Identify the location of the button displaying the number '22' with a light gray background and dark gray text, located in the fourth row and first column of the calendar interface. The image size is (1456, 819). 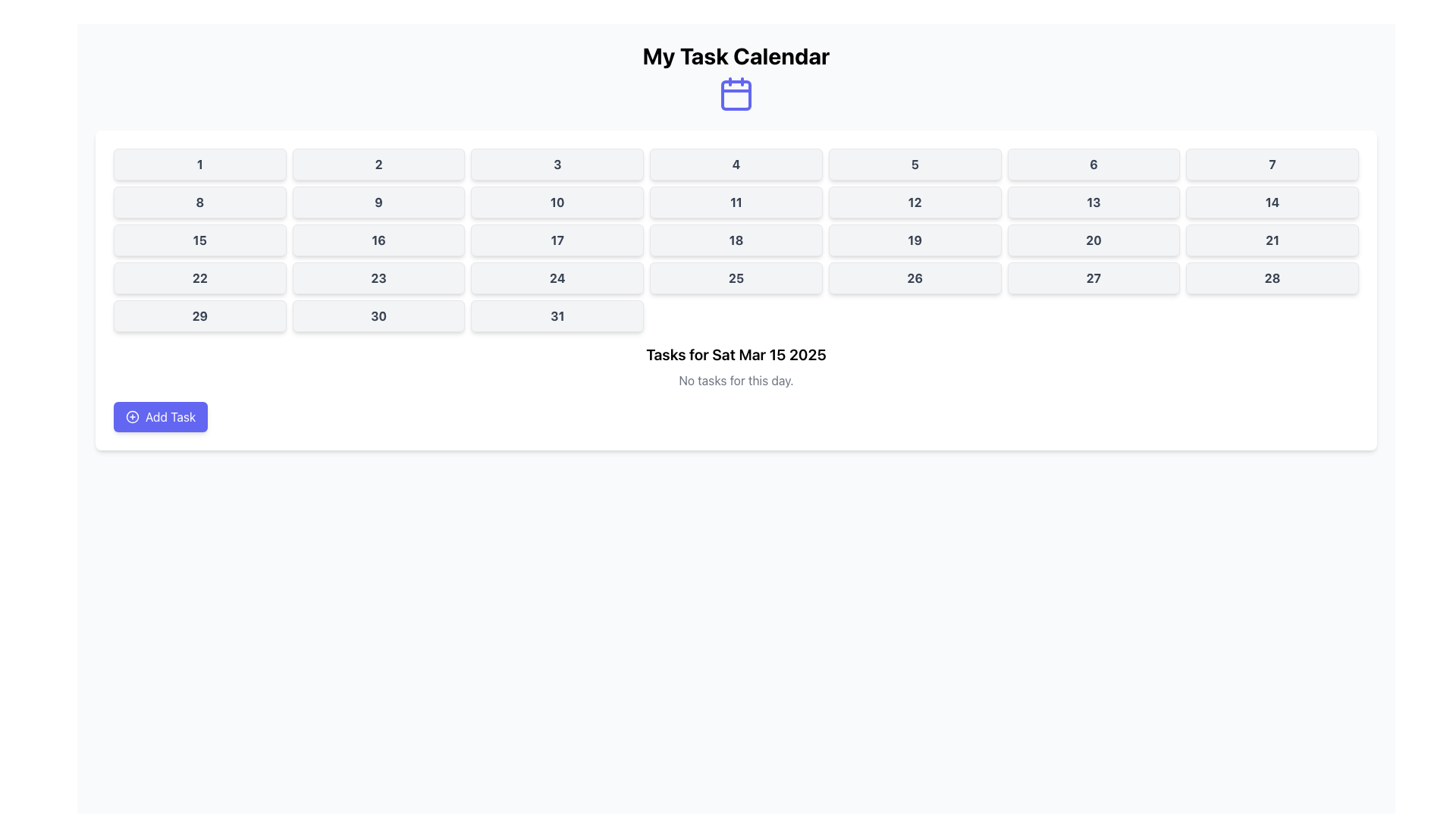
(199, 278).